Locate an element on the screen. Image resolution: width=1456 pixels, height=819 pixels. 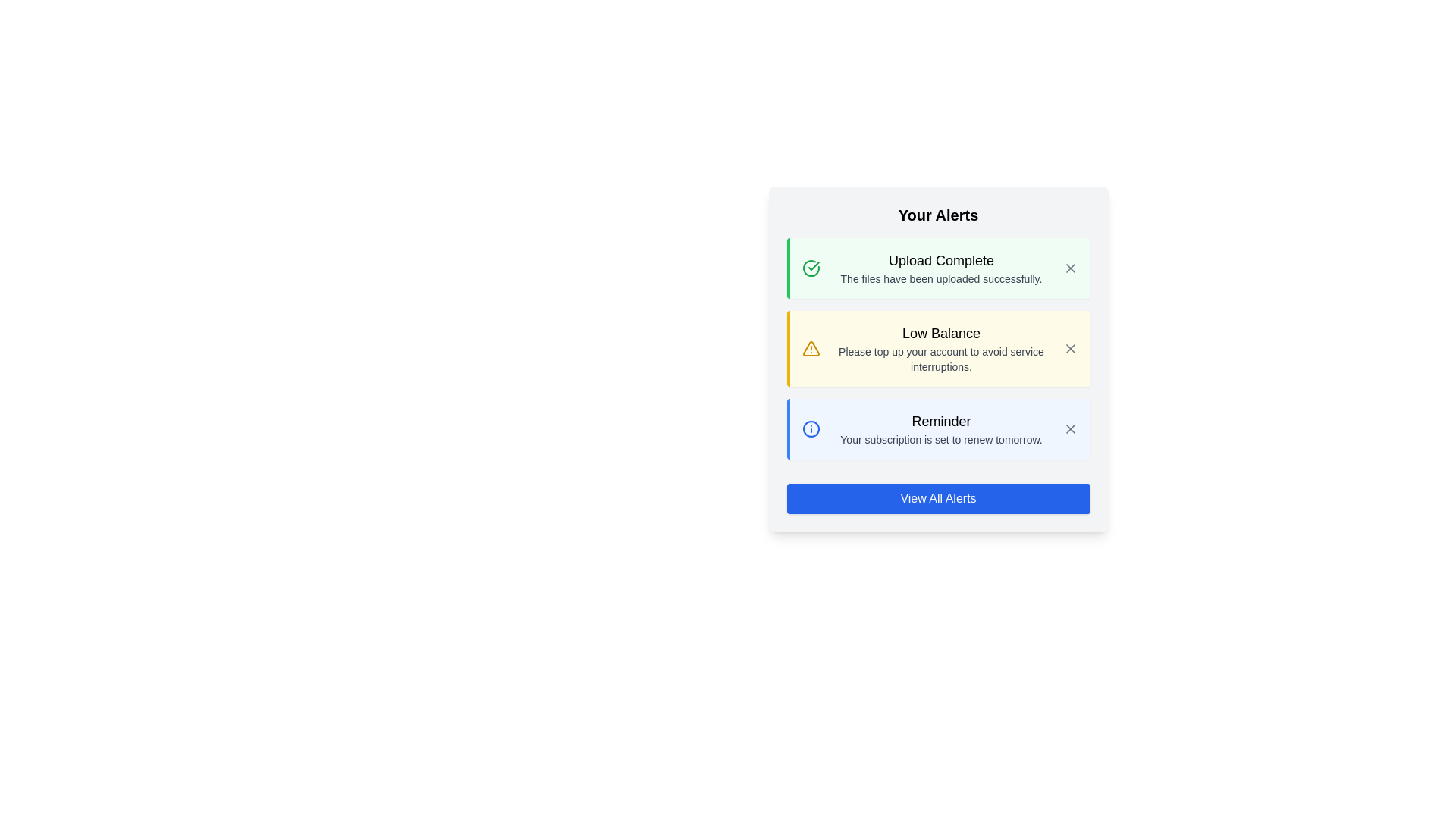
the circular blue icon with a white background, which features a vertical line and a dot above it, located to the left of the text 'Reminder' in the 'Your Alerts' section of the notification card is located at coordinates (810, 429).